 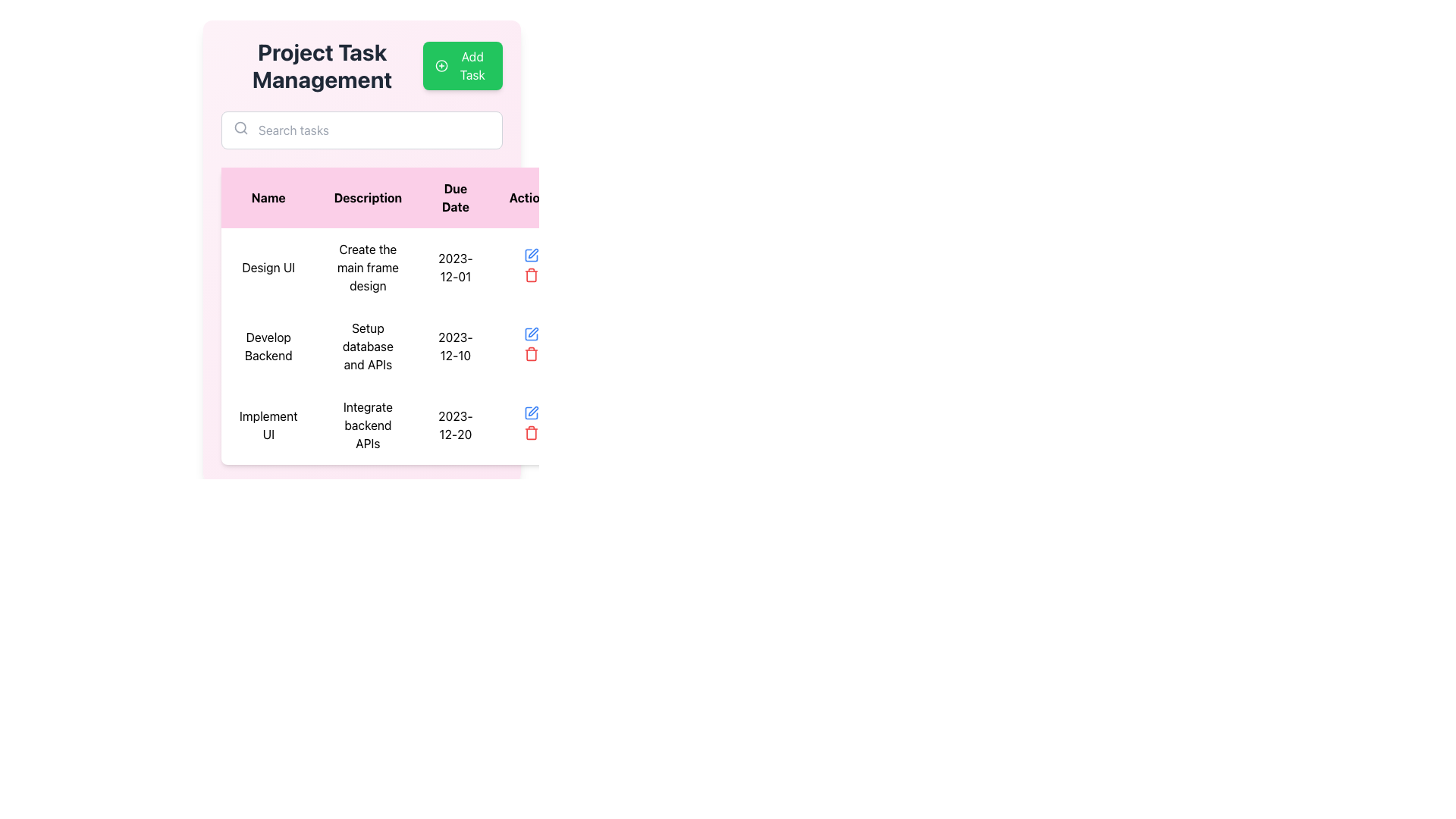 What do you see at coordinates (531, 432) in the screenshot?
I see `the delete button in the 'Actions' column of the last row of the table` at bounding box center [531, 432].